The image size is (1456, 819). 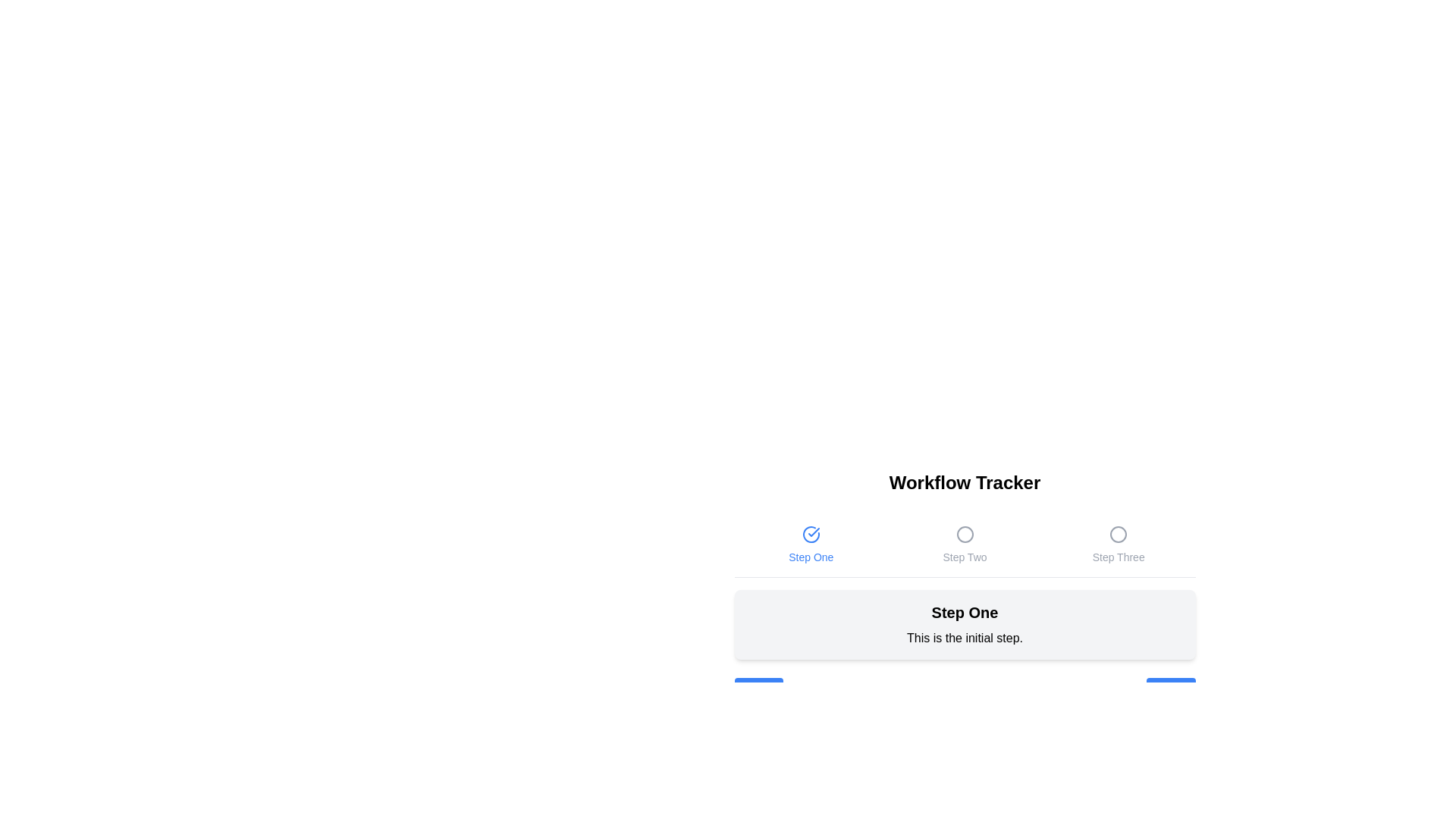 I want to click on the decorative checkmark graphic within the SVG that indicates a 'completed' status, located above the 'Step One' label in the 'Workflow Tracker' section, so click(x=813, y=532).